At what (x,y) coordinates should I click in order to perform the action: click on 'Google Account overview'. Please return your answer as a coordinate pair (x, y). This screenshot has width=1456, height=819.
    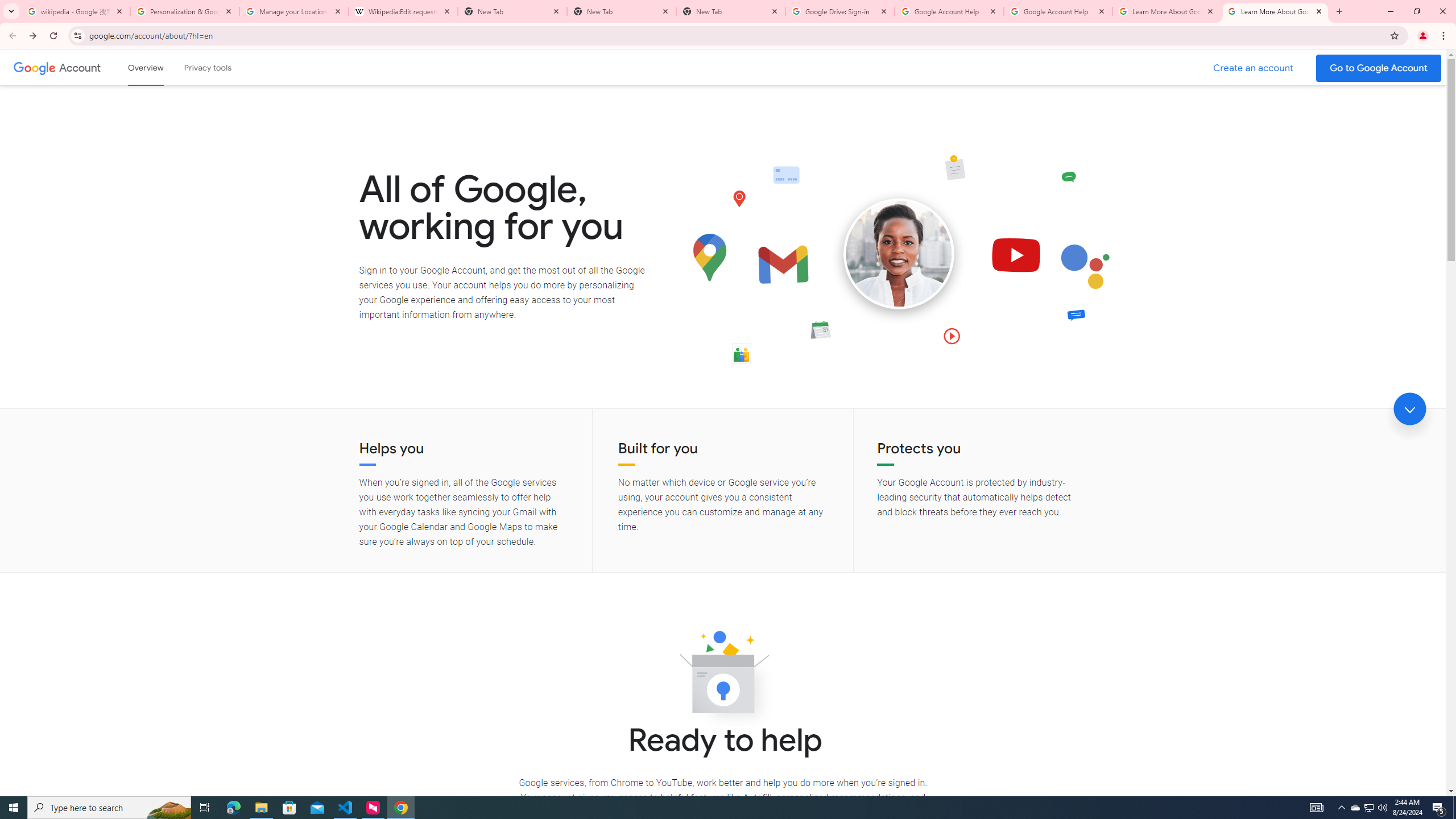
    Looking at the image, I should click on (146, 67).